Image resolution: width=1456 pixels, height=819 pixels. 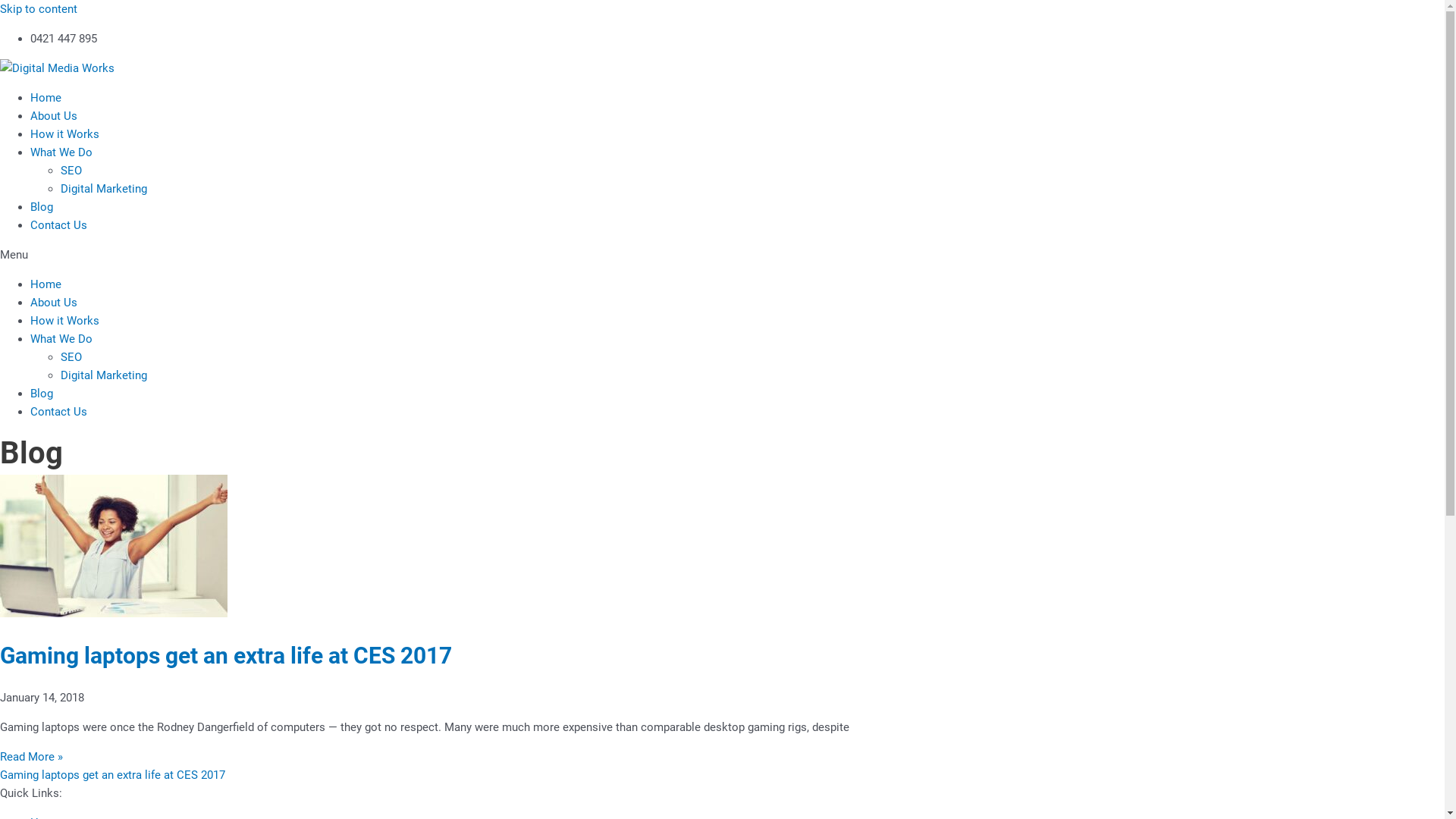 I want to click on 'Digital Marketing', so click(x=103, y=375).